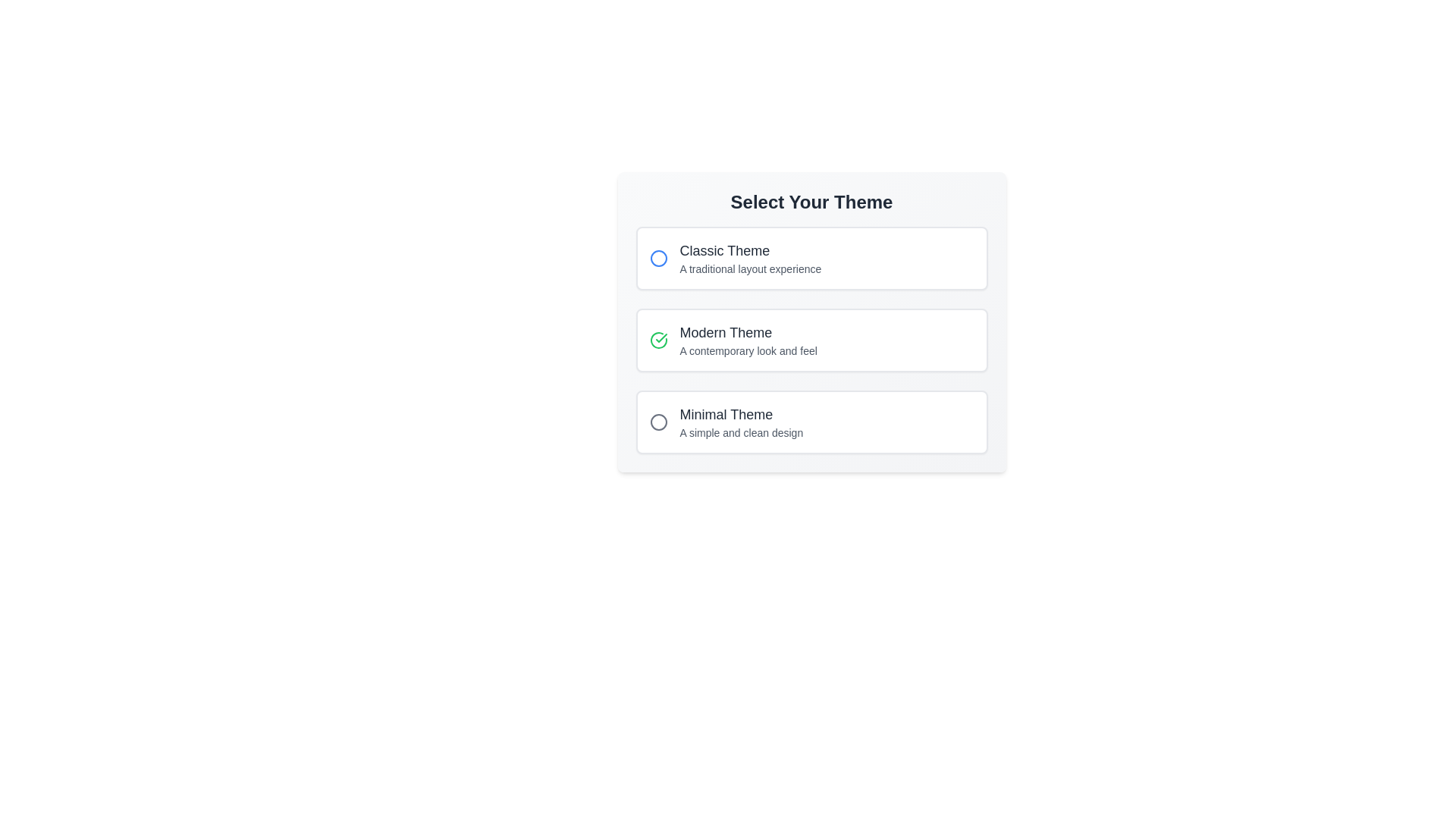 The height and width of the screenshot is (819, 1456). I want to click on the descriptive text label for the 'Classic Theme' option located in the 'Select Your Theme' section of the interface, so click(750, 268).